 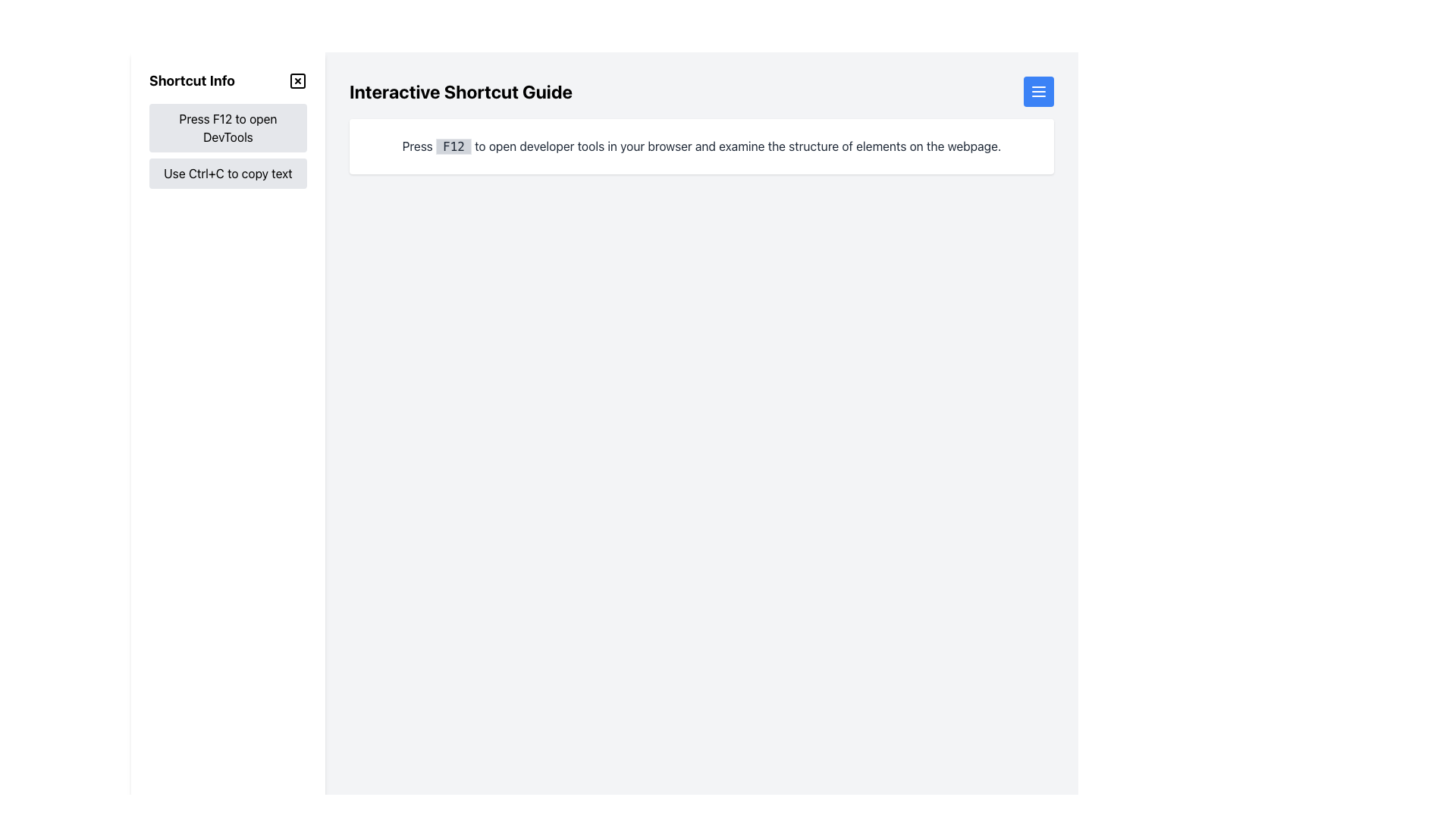 I want to click on the close button located at the top-right corner of the 'Shortcut Info' section to observe any hover effects, so click(x=298, y=81).